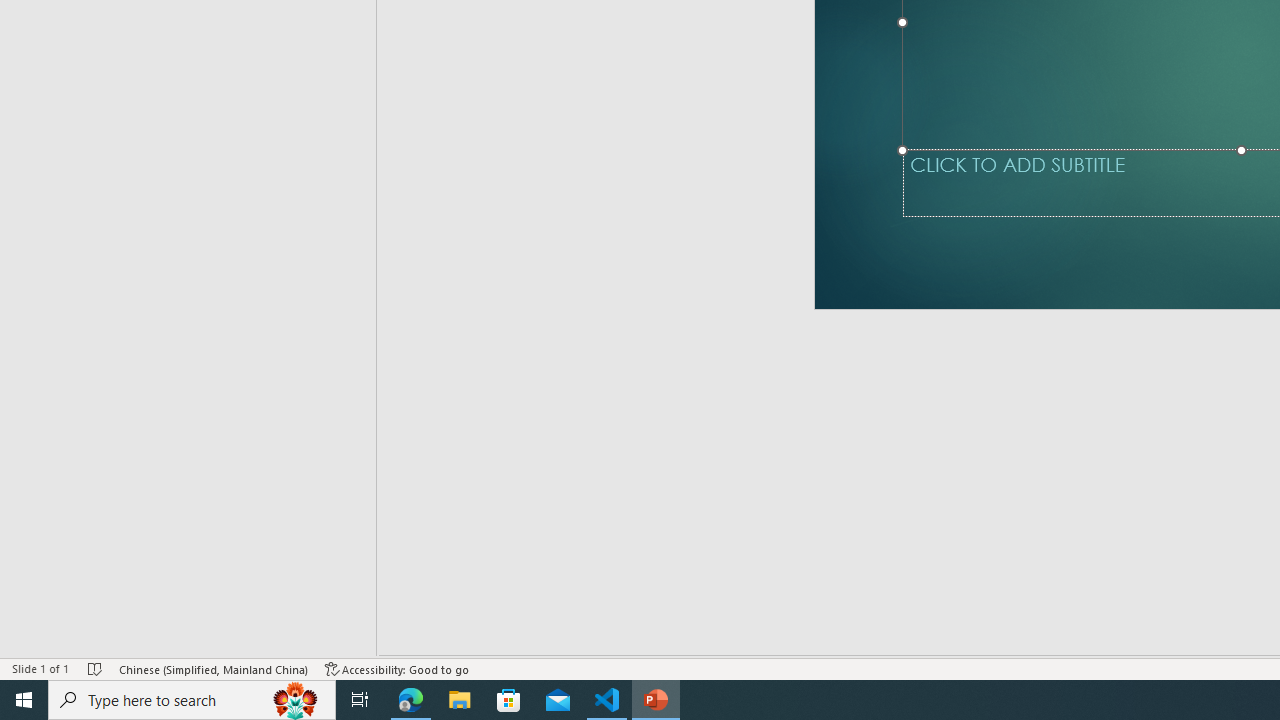  Describe the element at coordinates (509, 698) in the screenshot. I see `'Microsoft Store'` at that location.